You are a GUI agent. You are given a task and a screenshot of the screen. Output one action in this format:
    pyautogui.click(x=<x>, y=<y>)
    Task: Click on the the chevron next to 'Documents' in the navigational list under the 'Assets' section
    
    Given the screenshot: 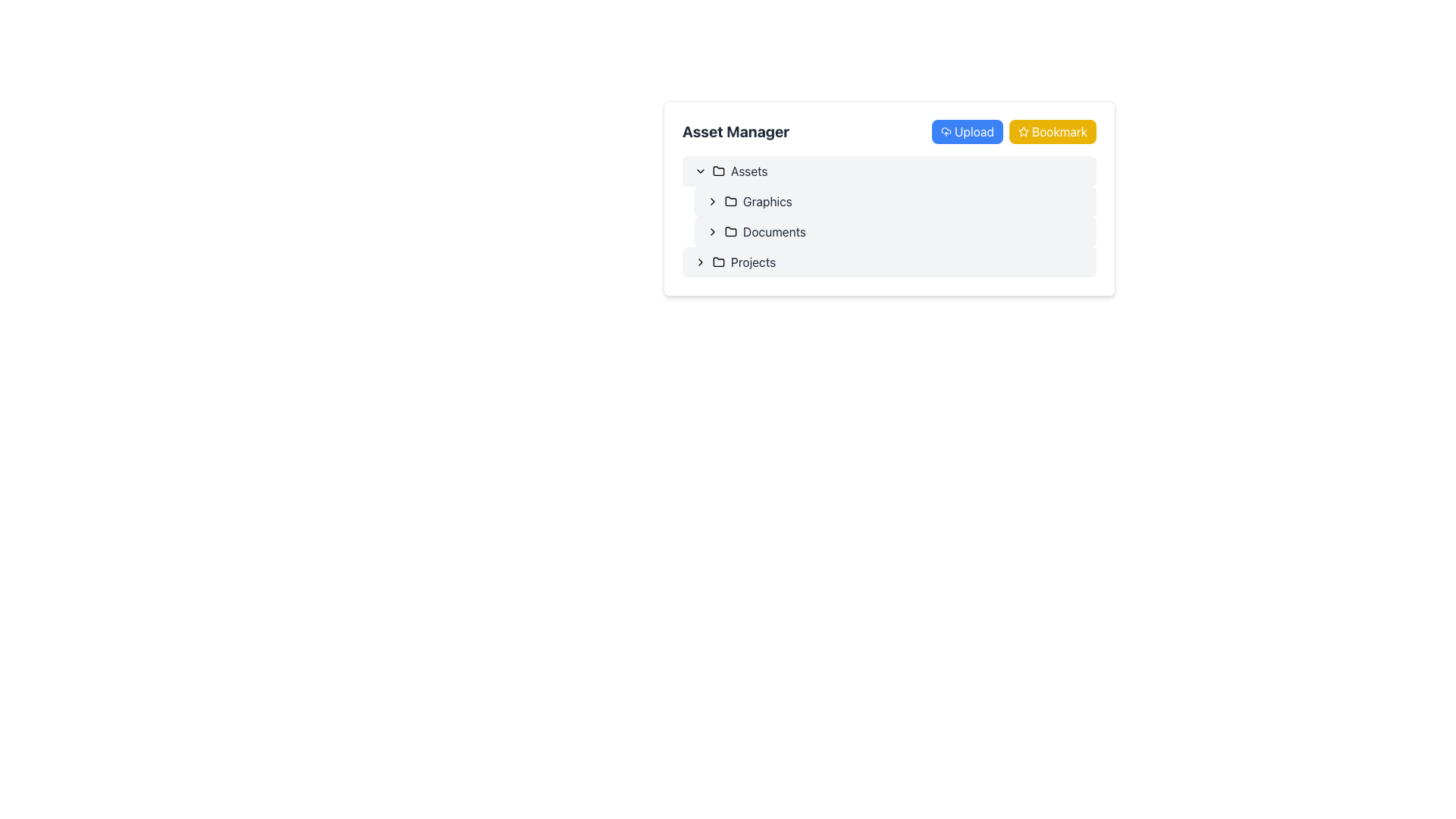 What is the action you would take?
    pyautogui.click(x=895, y=216)
    